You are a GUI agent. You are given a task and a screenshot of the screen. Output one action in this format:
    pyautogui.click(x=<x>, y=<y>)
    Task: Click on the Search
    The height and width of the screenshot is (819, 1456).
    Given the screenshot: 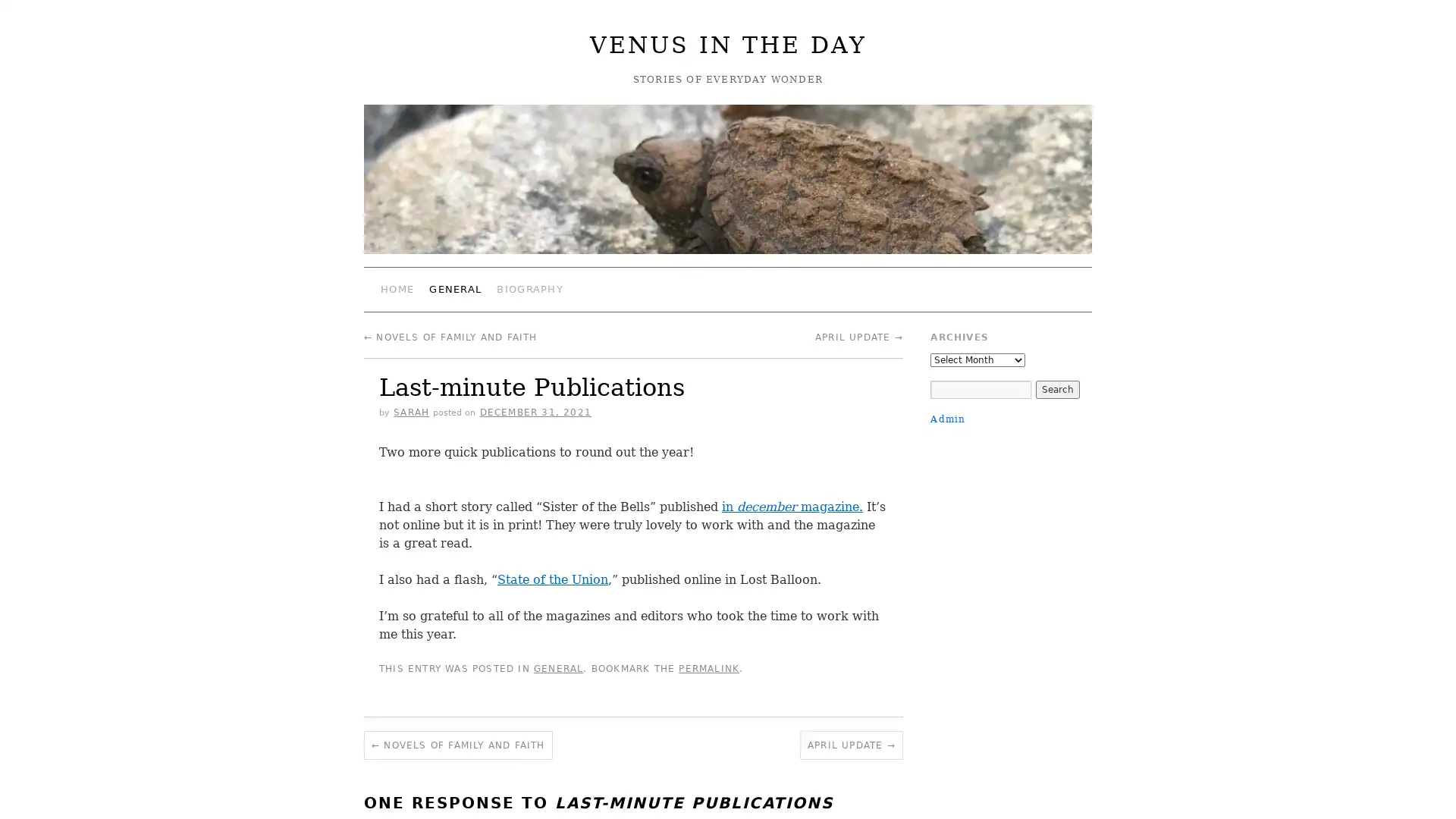 What is the action you would take?
    pyautogui.click(x=1056, y=388)
    